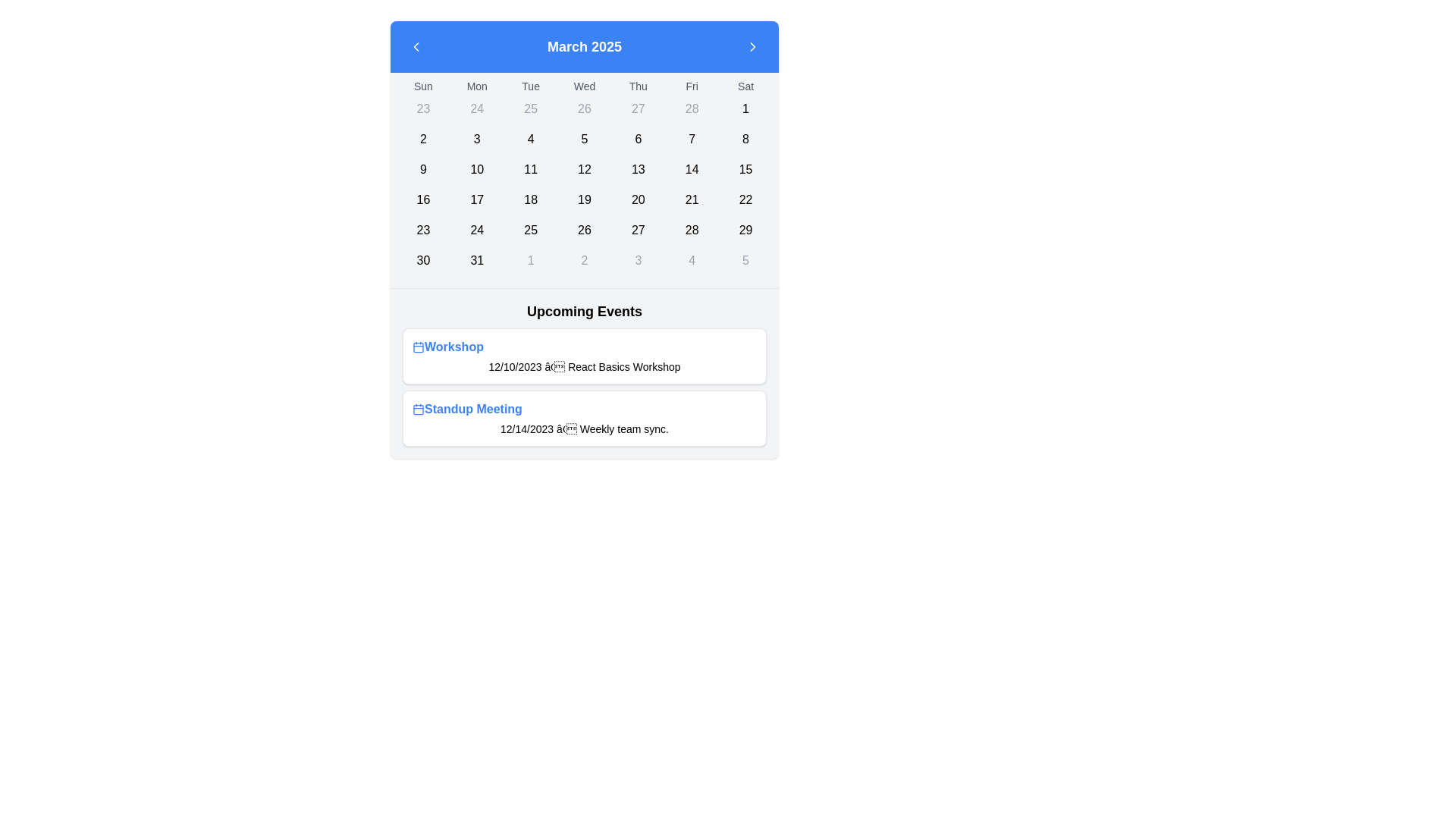 This screenshot has width=1456, height=819. Describe the element at coordinates (584, 259) in the screenshot. I see `the button representing the date '2' on the calendar view` at that location.